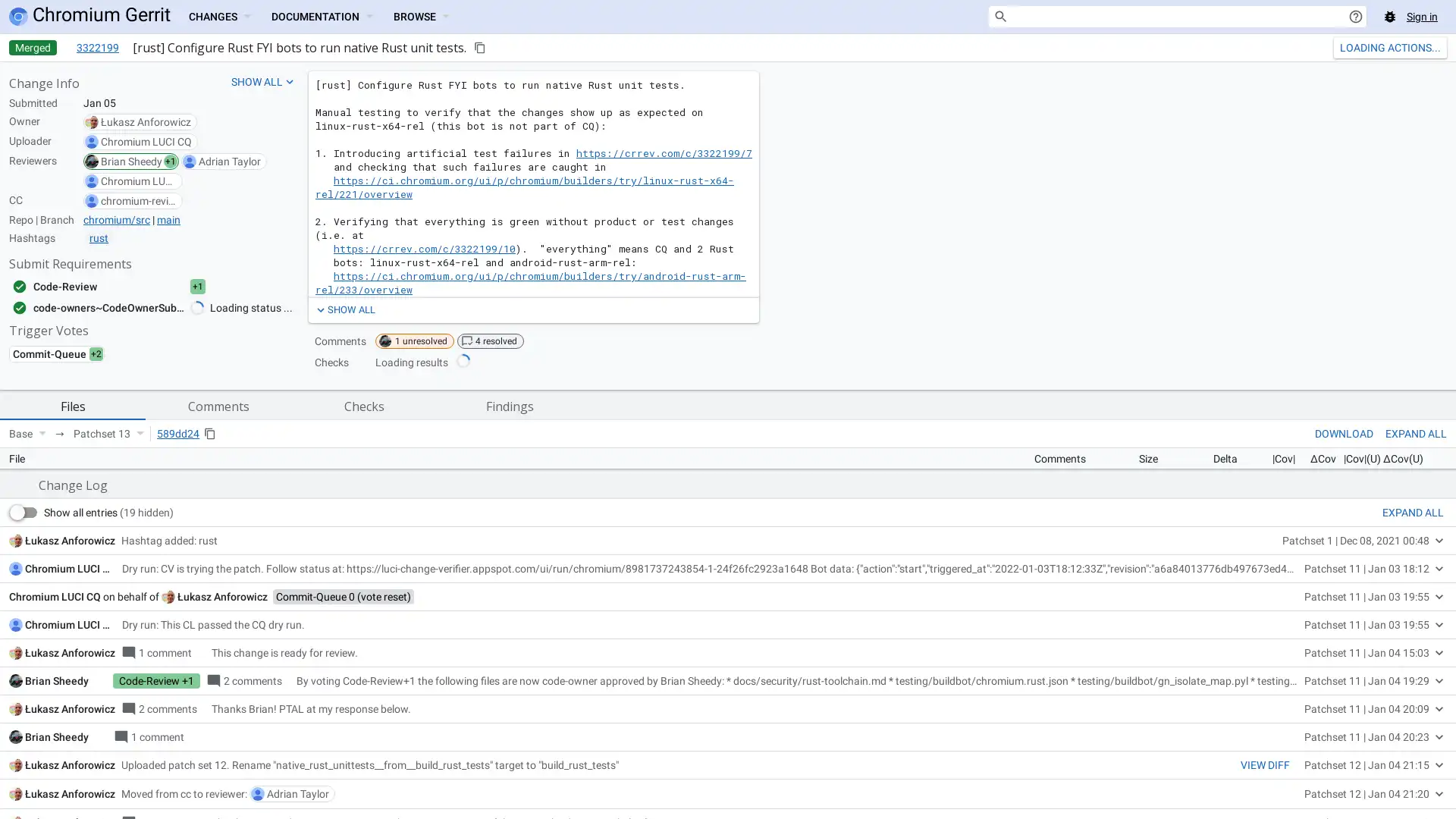  What do you see at coordinates (479, 46) in the screenshot?
I see `Click to copy to clipboard` at bounding box center [479, 46].